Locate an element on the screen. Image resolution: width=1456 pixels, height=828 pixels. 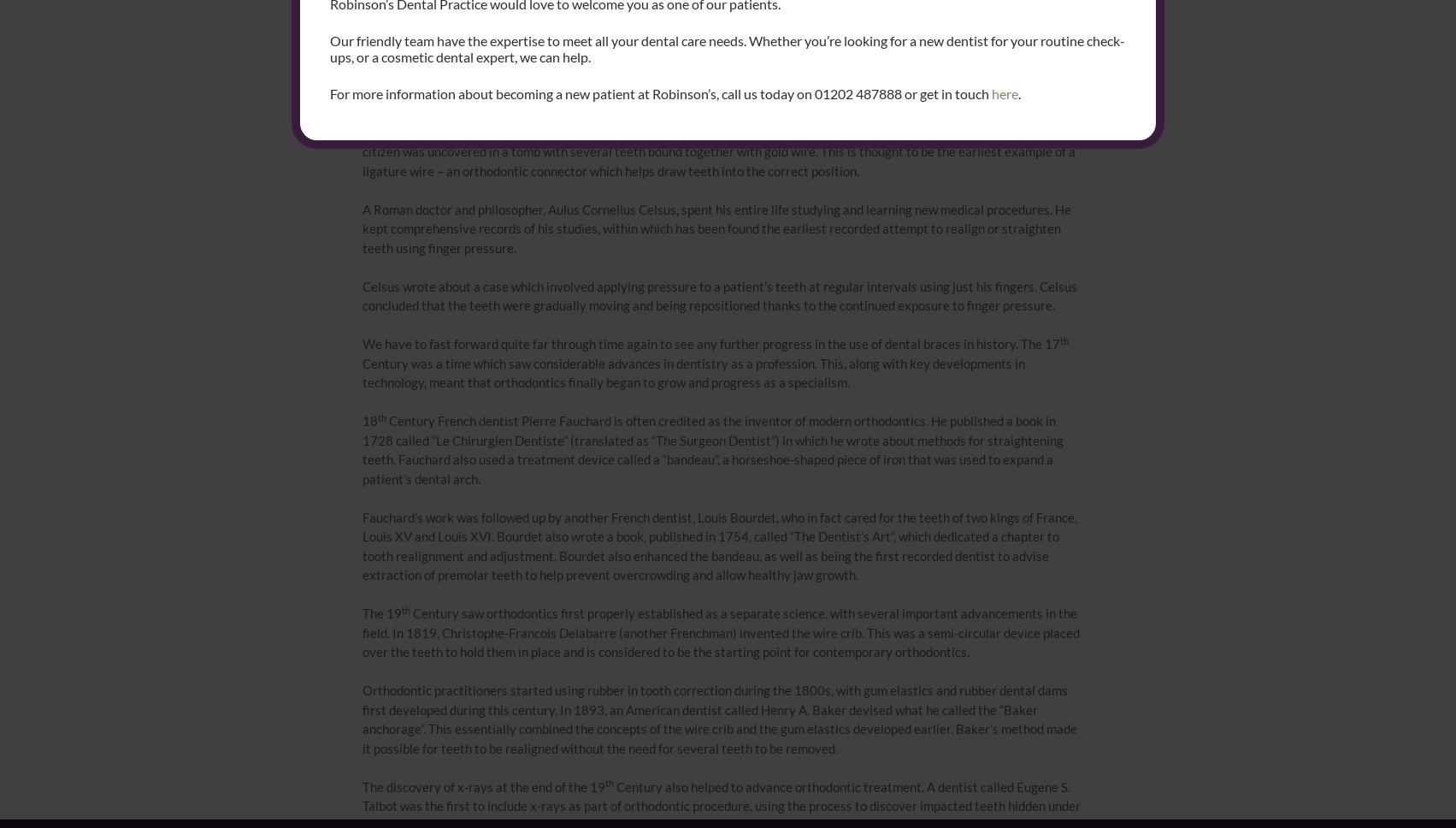
'.' is located at coordinates (1018, 93).